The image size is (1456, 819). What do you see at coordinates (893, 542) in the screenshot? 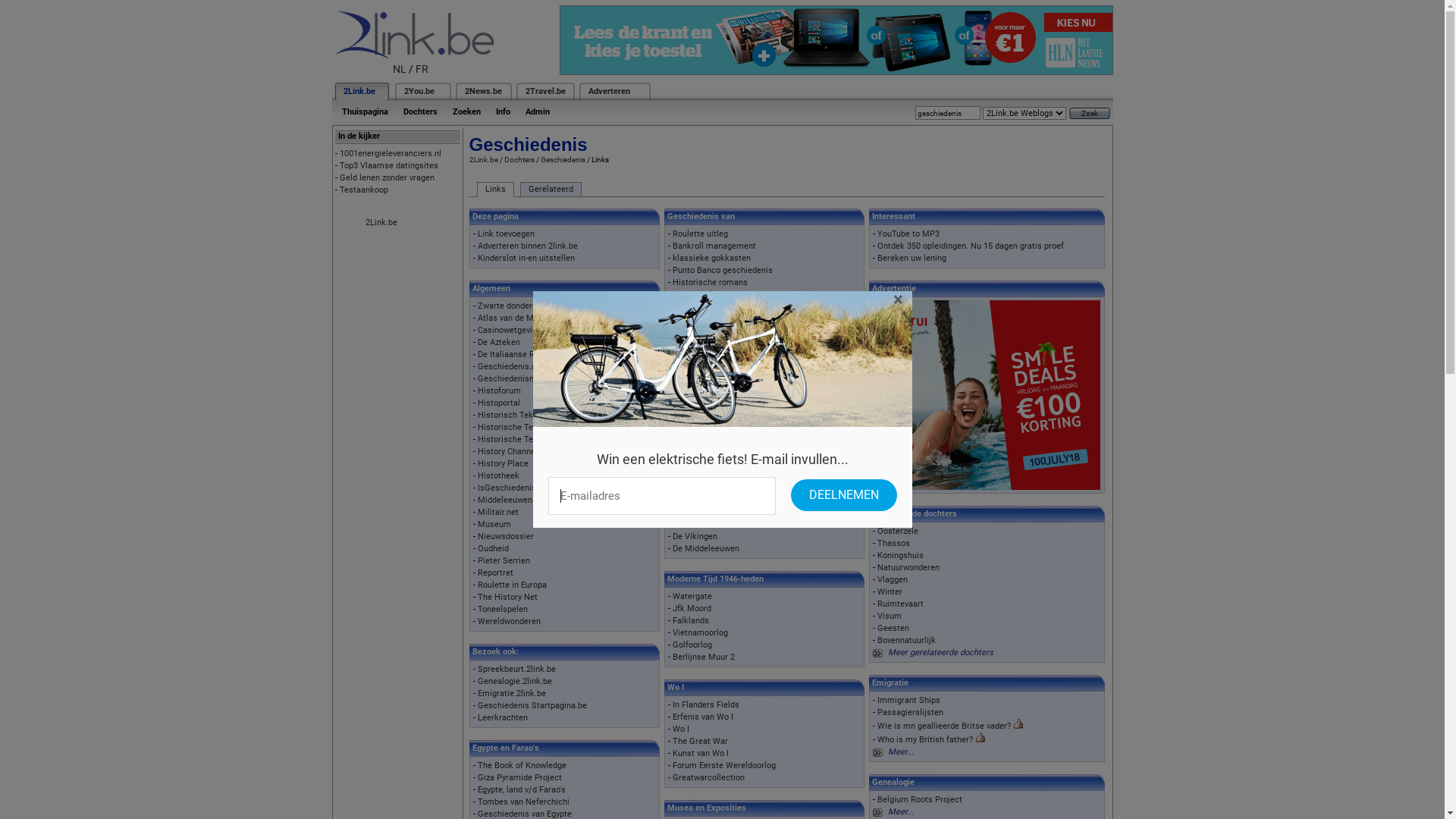
I see `'Thassos'` at bounding box center [893, 542].